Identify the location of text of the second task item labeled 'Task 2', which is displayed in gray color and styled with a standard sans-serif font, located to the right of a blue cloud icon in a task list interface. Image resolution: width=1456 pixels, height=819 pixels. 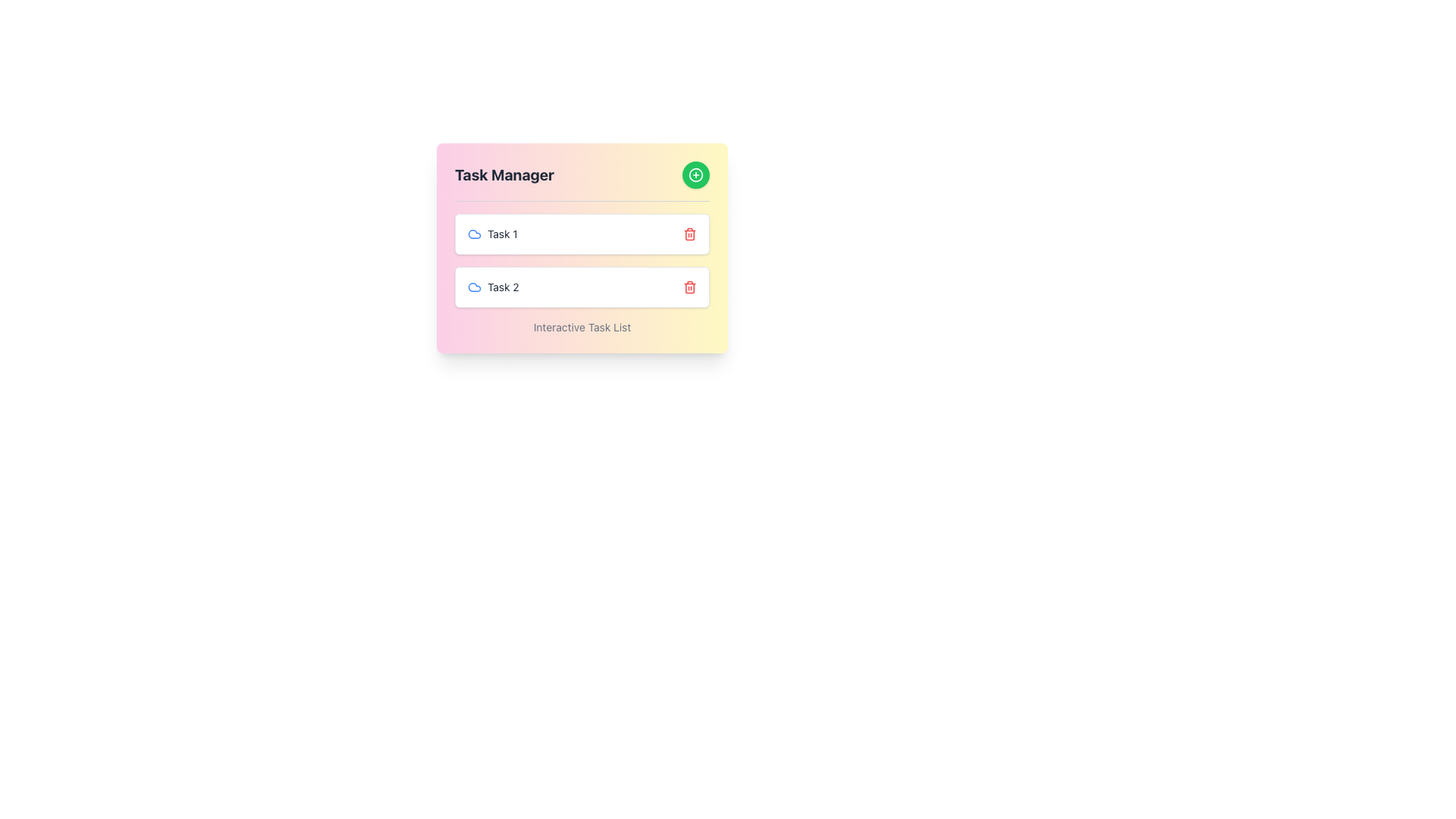
(493, 287).